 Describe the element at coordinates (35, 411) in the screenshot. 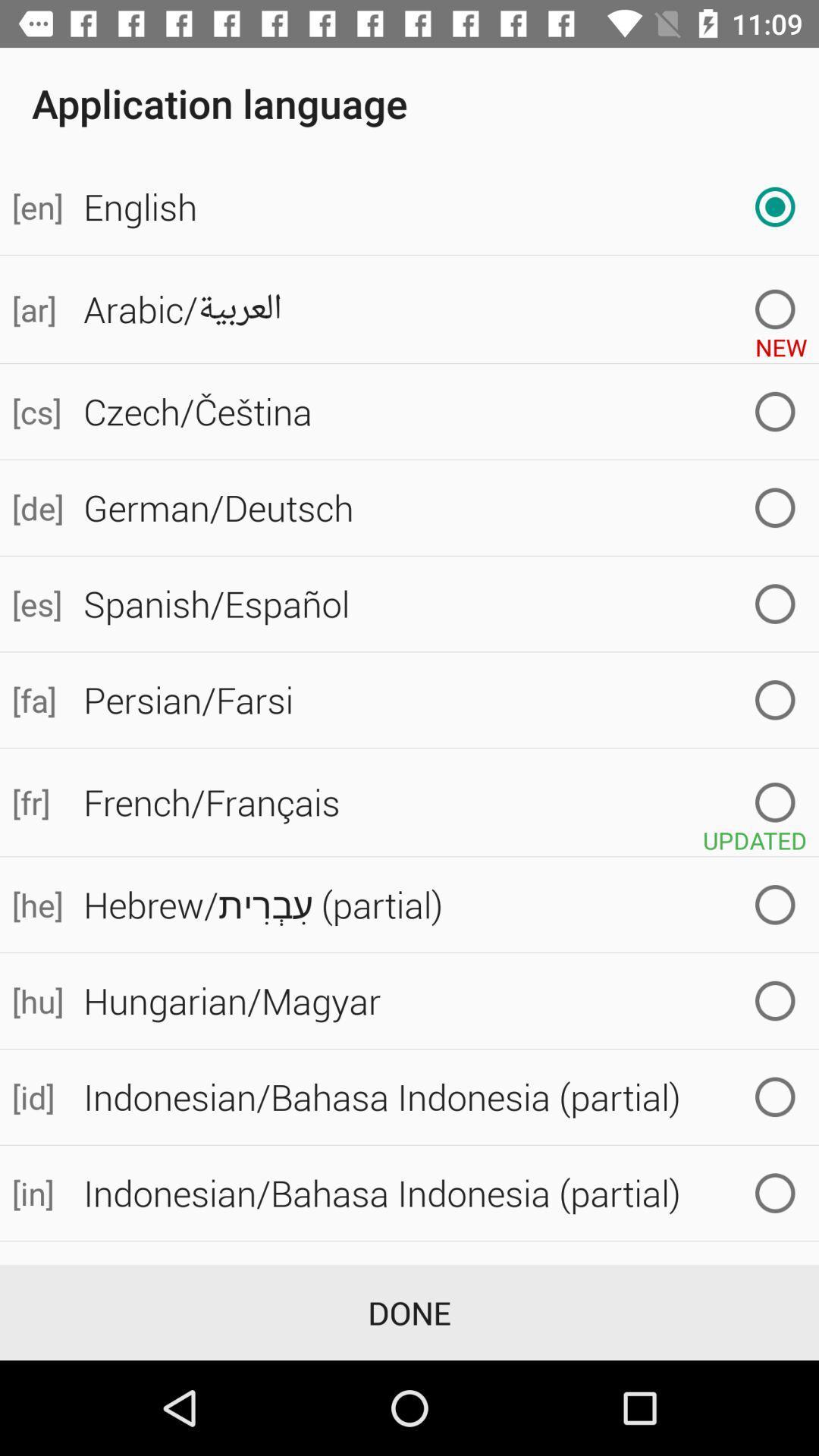

I see `the icon above the german/deutsch` at that location.